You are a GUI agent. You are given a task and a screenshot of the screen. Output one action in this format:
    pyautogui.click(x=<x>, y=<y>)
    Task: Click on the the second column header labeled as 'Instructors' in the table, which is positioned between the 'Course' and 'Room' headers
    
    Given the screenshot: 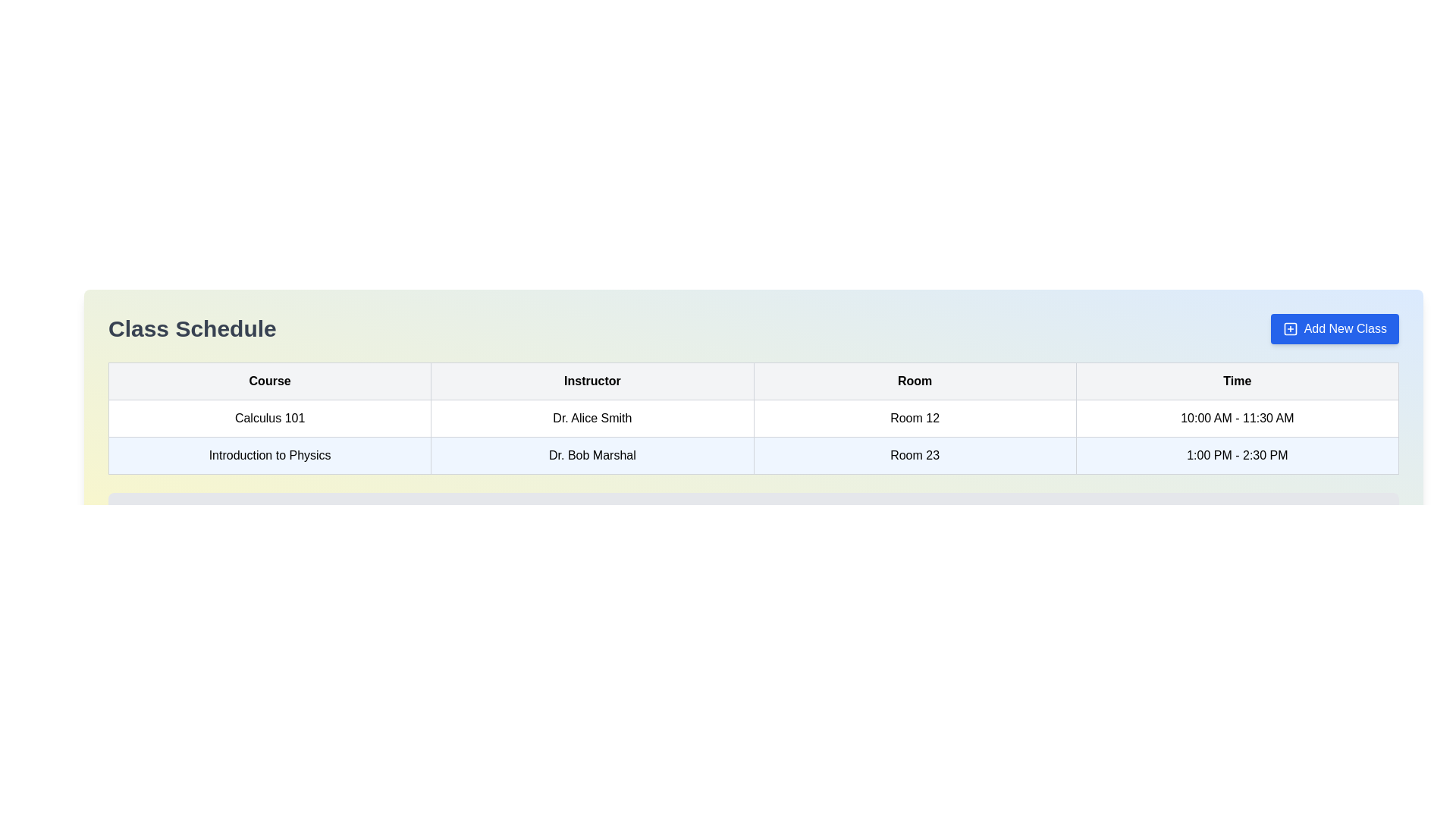 What is the action you would take?
    pyautogui.click(x=591, y=380)
    